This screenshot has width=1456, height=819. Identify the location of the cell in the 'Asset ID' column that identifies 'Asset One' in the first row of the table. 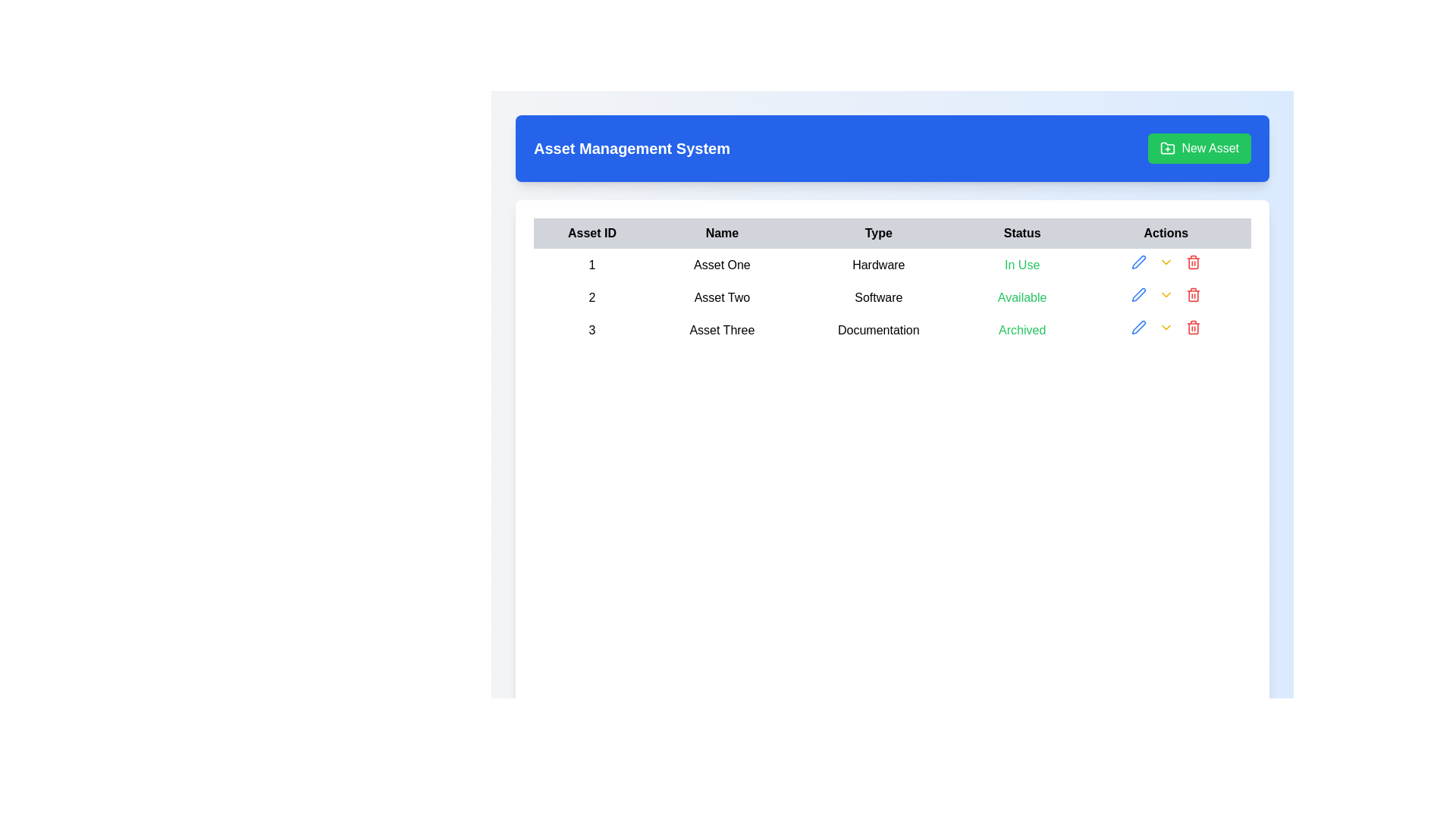
(591, 264).